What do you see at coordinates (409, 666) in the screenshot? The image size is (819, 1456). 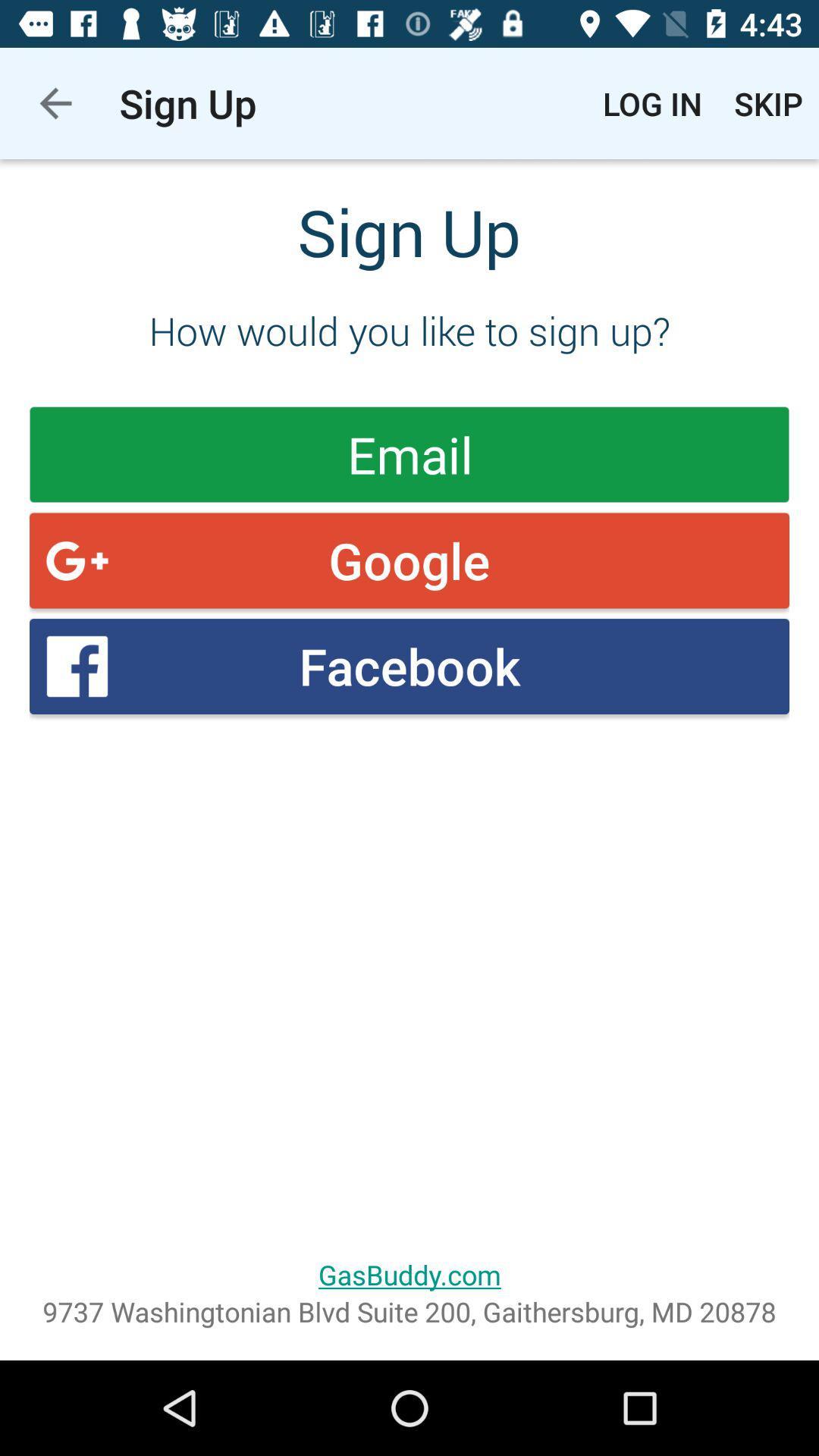 I see `the icon below the google item` at bounding box center [409, 666].